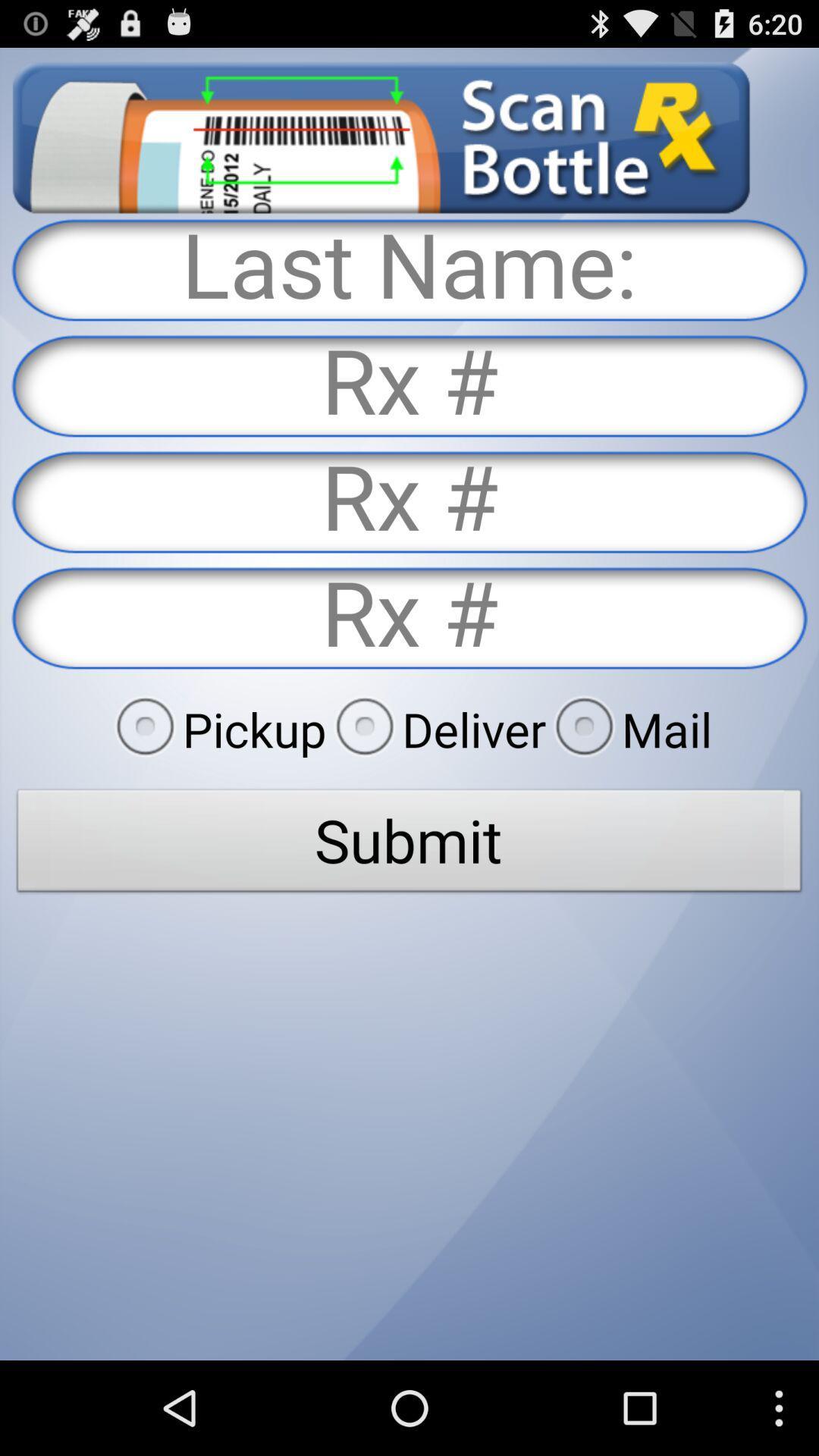  I want to click on button above the submit button, so click(216, 729).